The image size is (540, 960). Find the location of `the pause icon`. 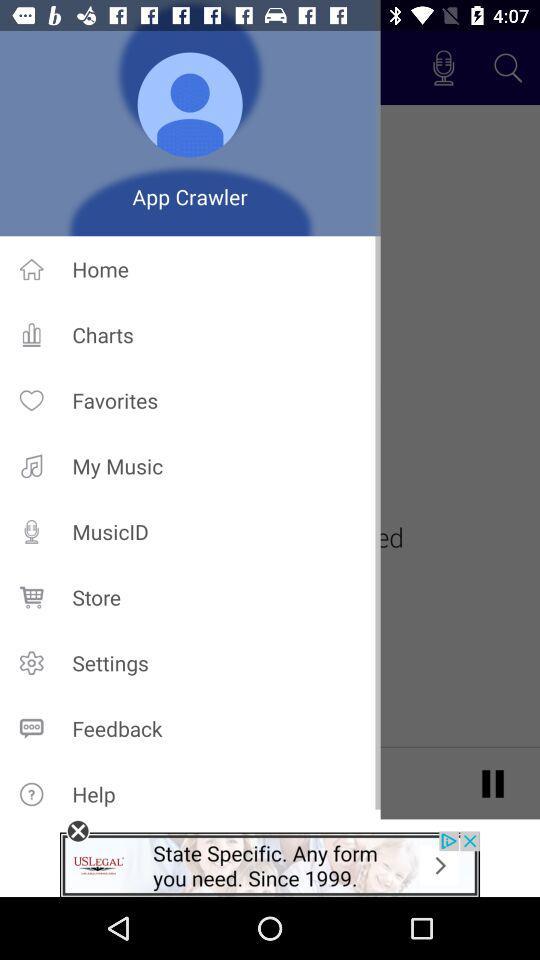

the pause icon is located at coordinates (492, 782).